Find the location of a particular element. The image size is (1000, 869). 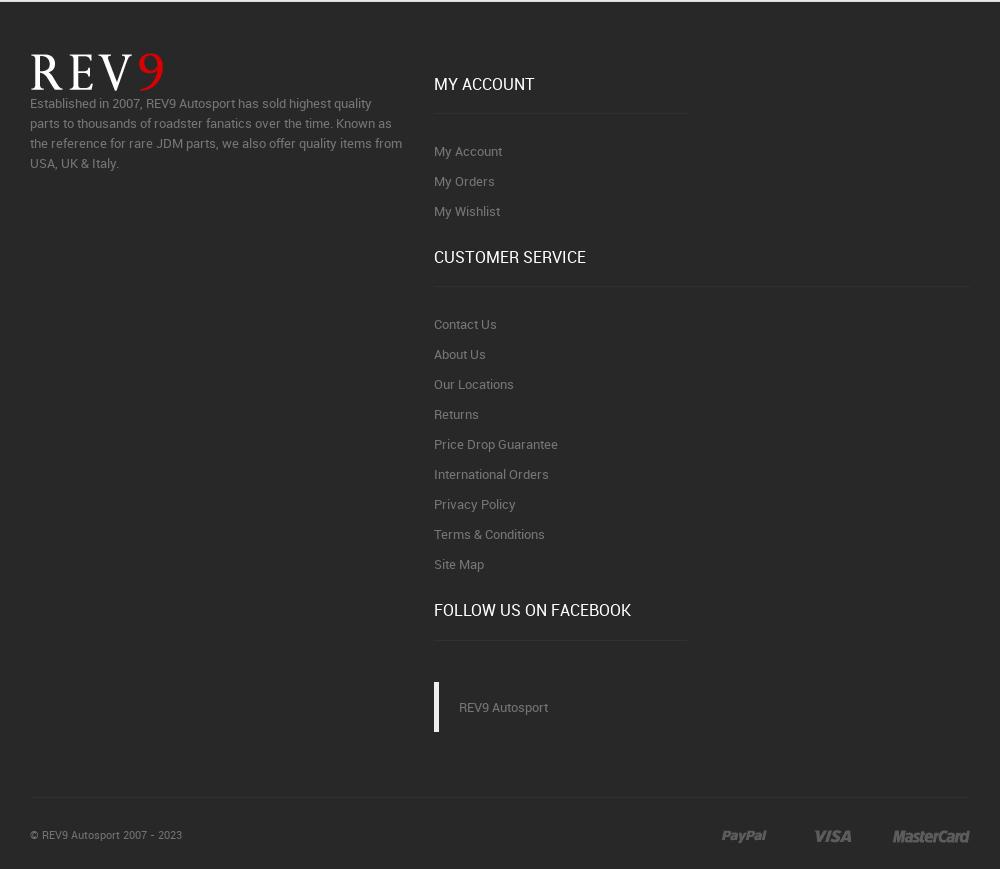

'REV9 Autosport' is located at coordinates (458, 705).